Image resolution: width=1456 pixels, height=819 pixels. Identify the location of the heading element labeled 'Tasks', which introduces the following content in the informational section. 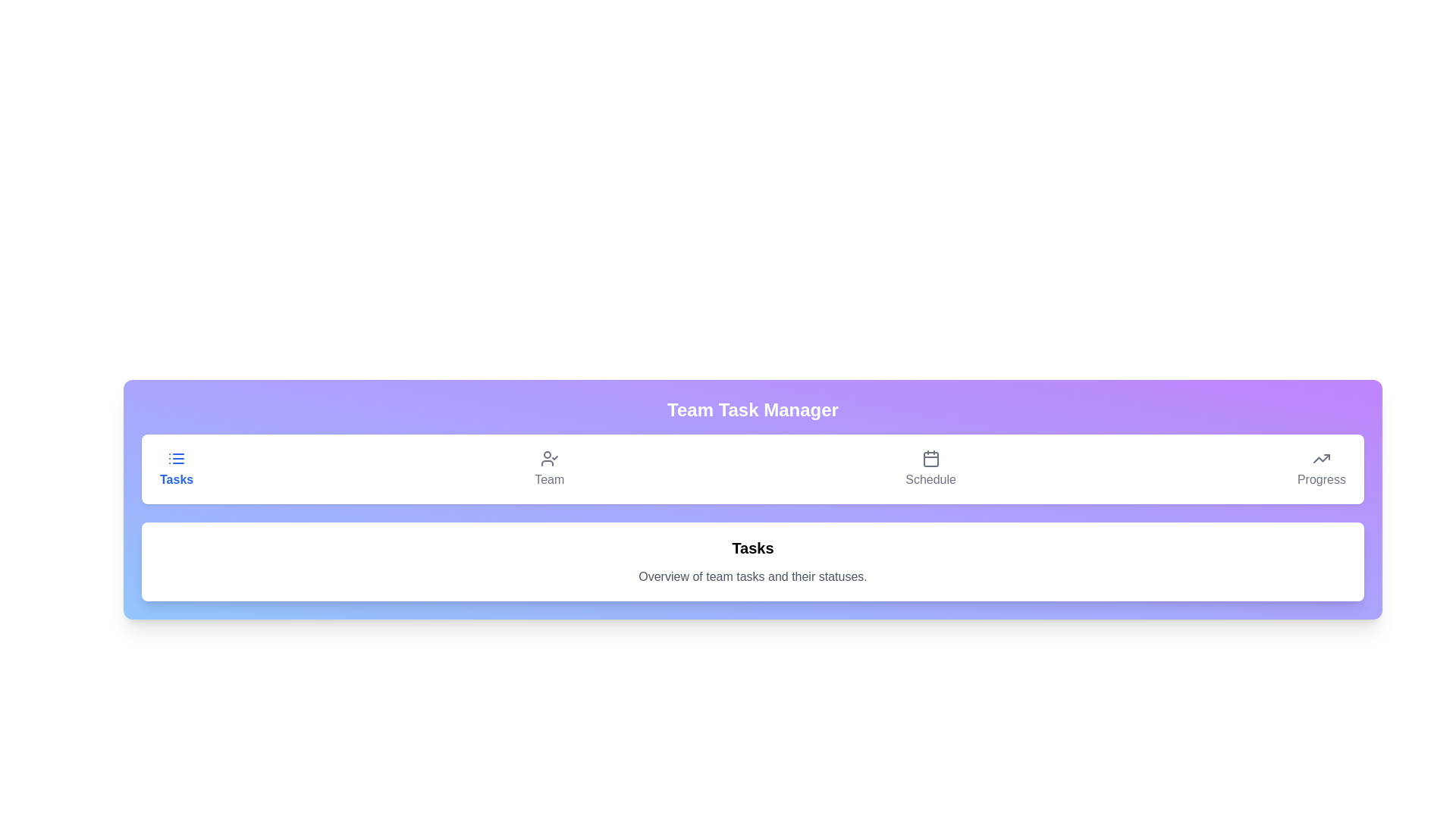
(753, 548).